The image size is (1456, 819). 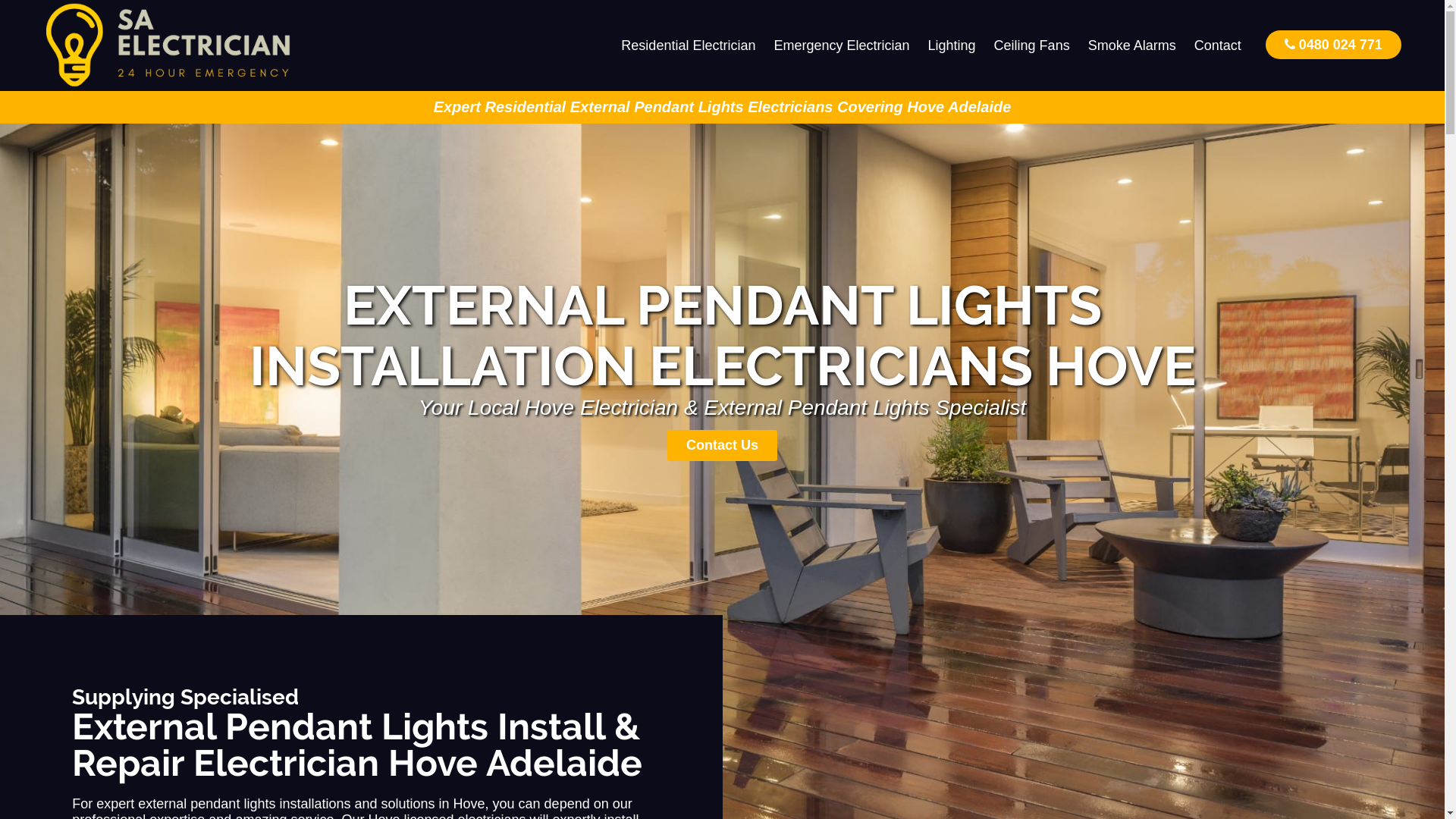 I want to click on 'Contact Us', so click(x=721, y=444).